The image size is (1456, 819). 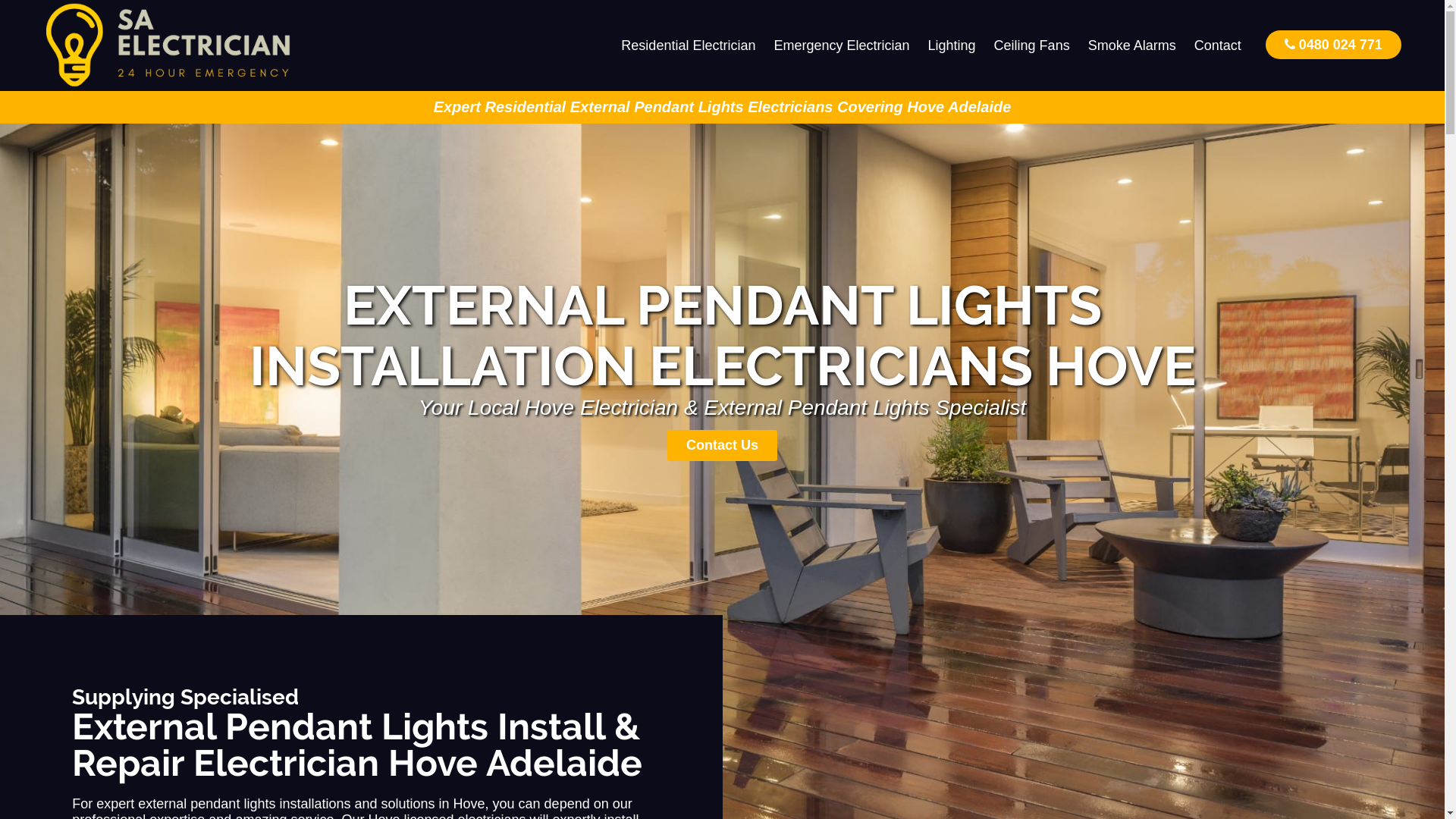 I want to click on 'Contact Us', so click(x=721, y=444).